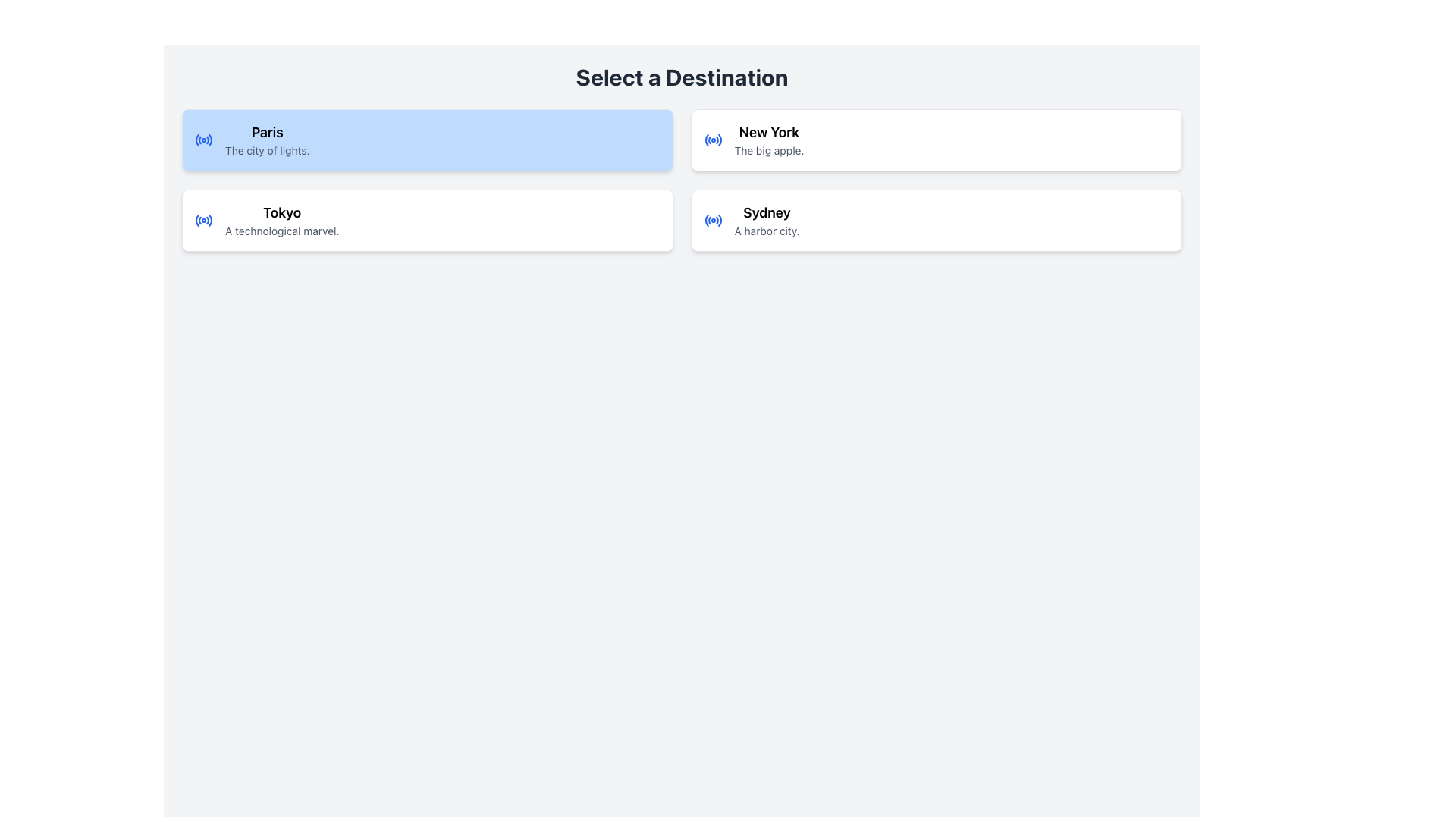  What do you see at coordinates (202, 220) in the screenshot?
I see `the blue radio wave icon located to the left of the text 'Tokyo' in the top-left corner of its containing card` at bounding box center [202, 220].